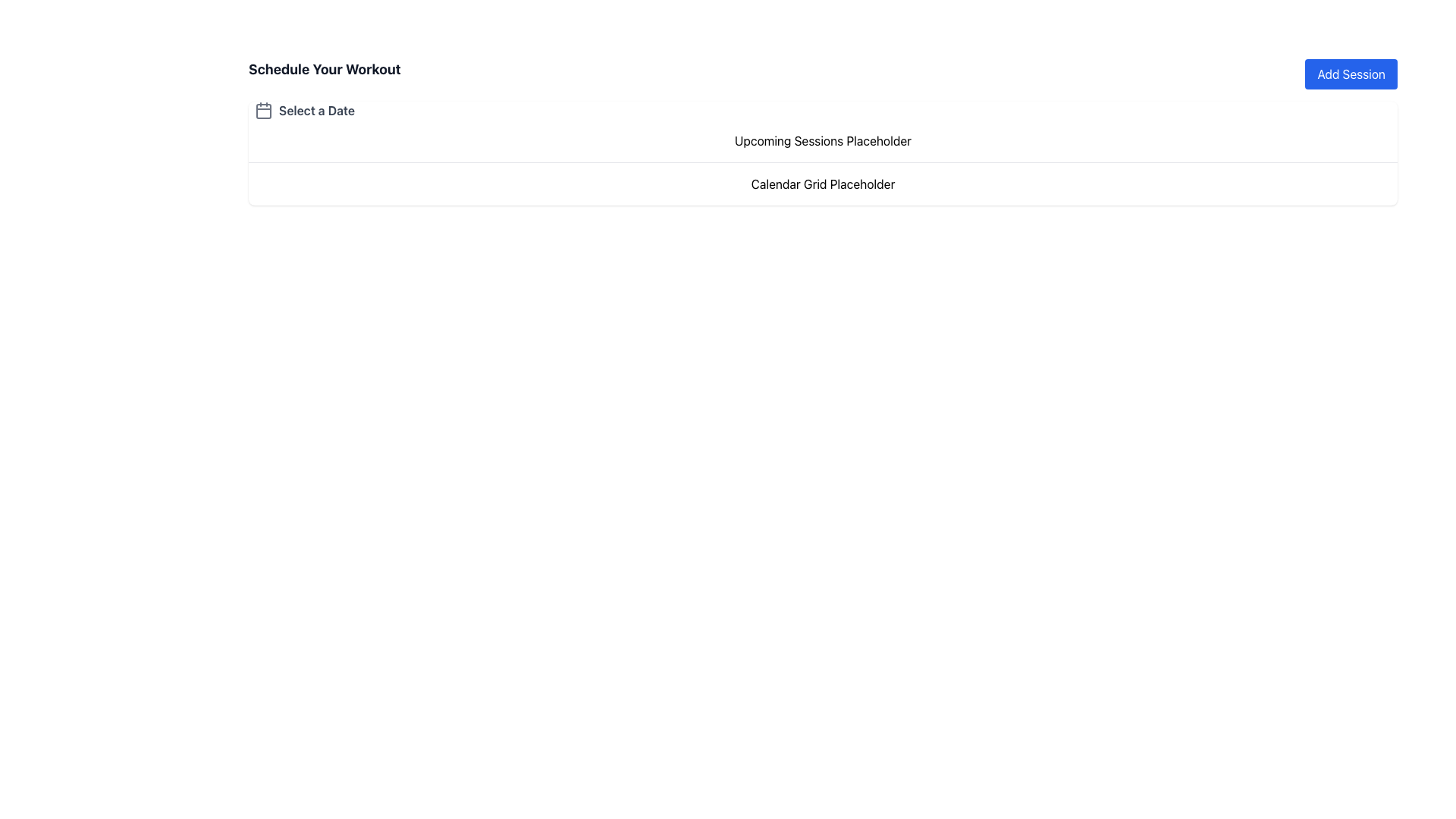 The image size is (1456, 819). I want to click on the gray calendar icon with rounded edges, located to the left of the 'Select a Date' text, so click(263, 110).